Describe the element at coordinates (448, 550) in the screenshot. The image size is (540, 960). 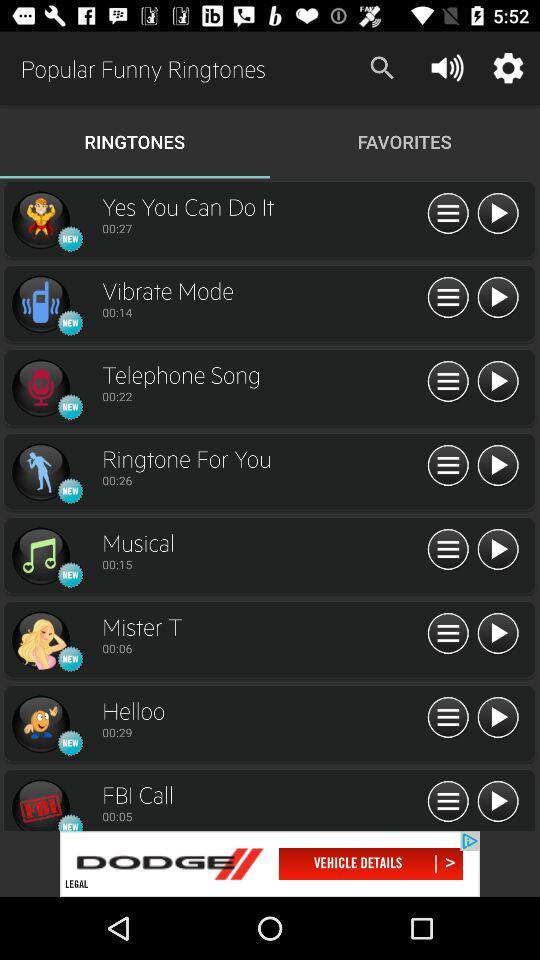
I see `button` at that location.